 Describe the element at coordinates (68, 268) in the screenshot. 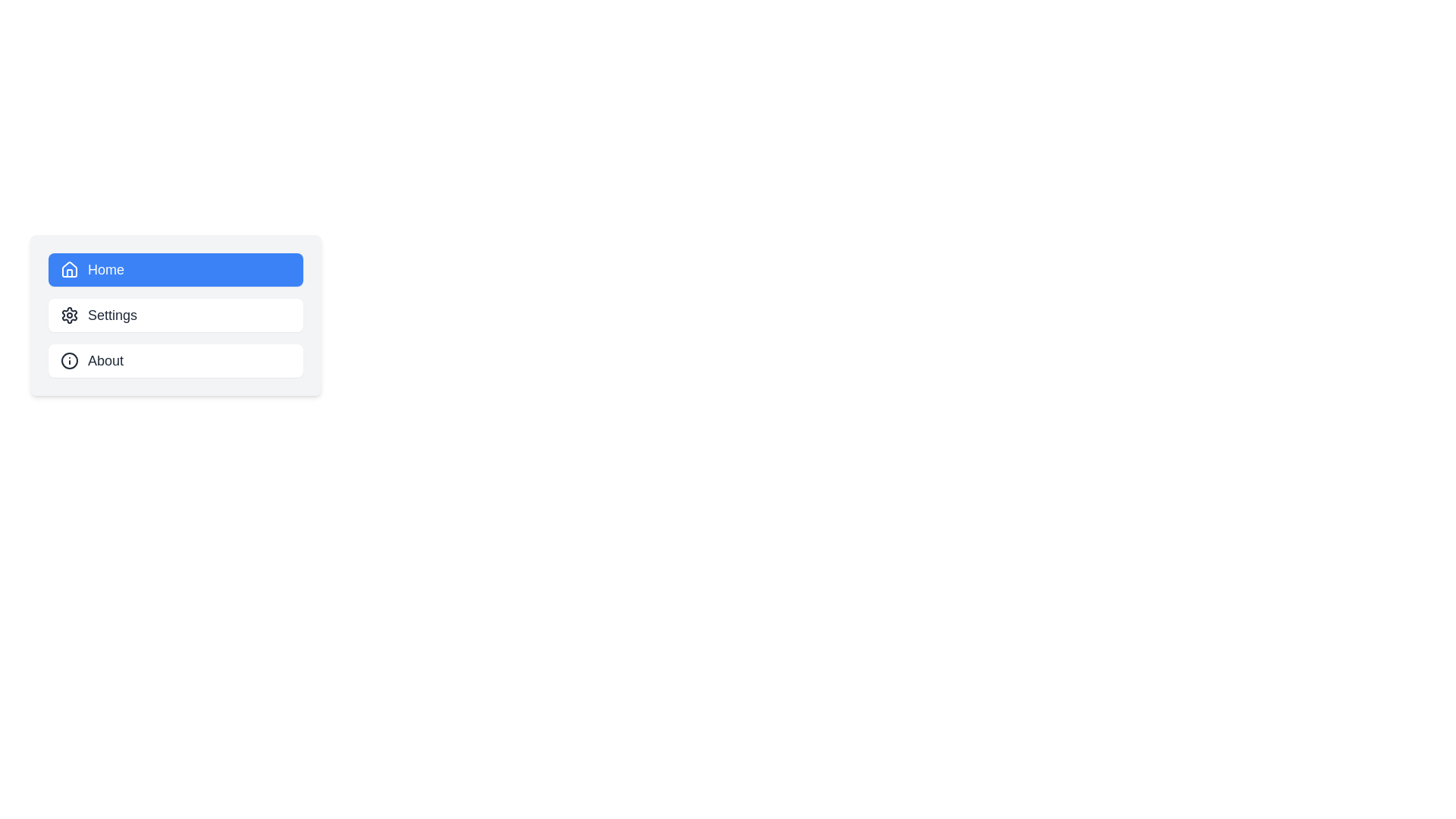

I see `the house-shaped icon with a triangular roof and rectangular body located in the 'Home' menu item at the top of the vertical menu layout` at that location.